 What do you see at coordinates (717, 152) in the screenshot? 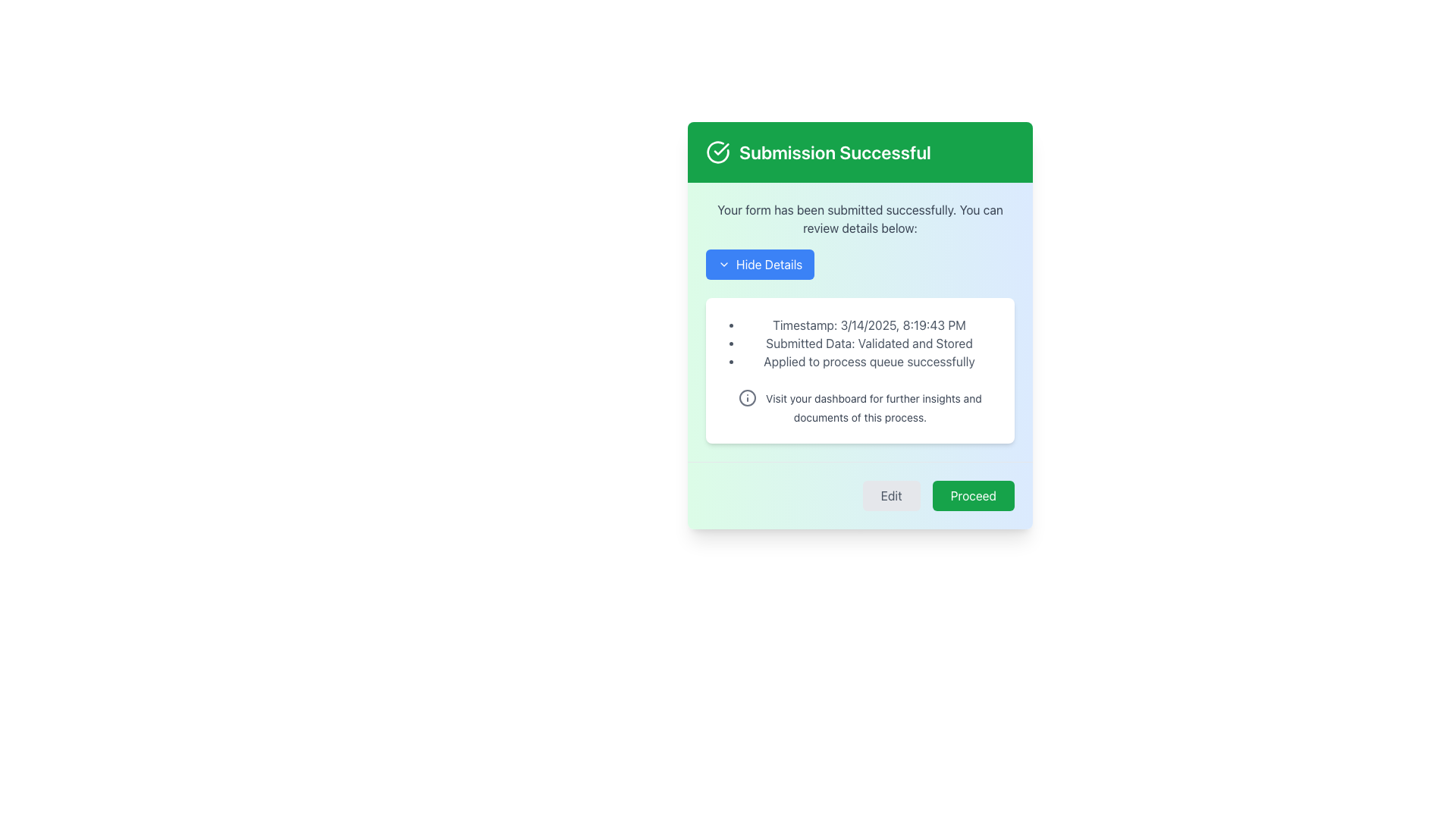
I see `the visual indicator icon located to the left of the 'Submission Successful' text in the green header section of the dialog box` at bounding box center [717, 152].